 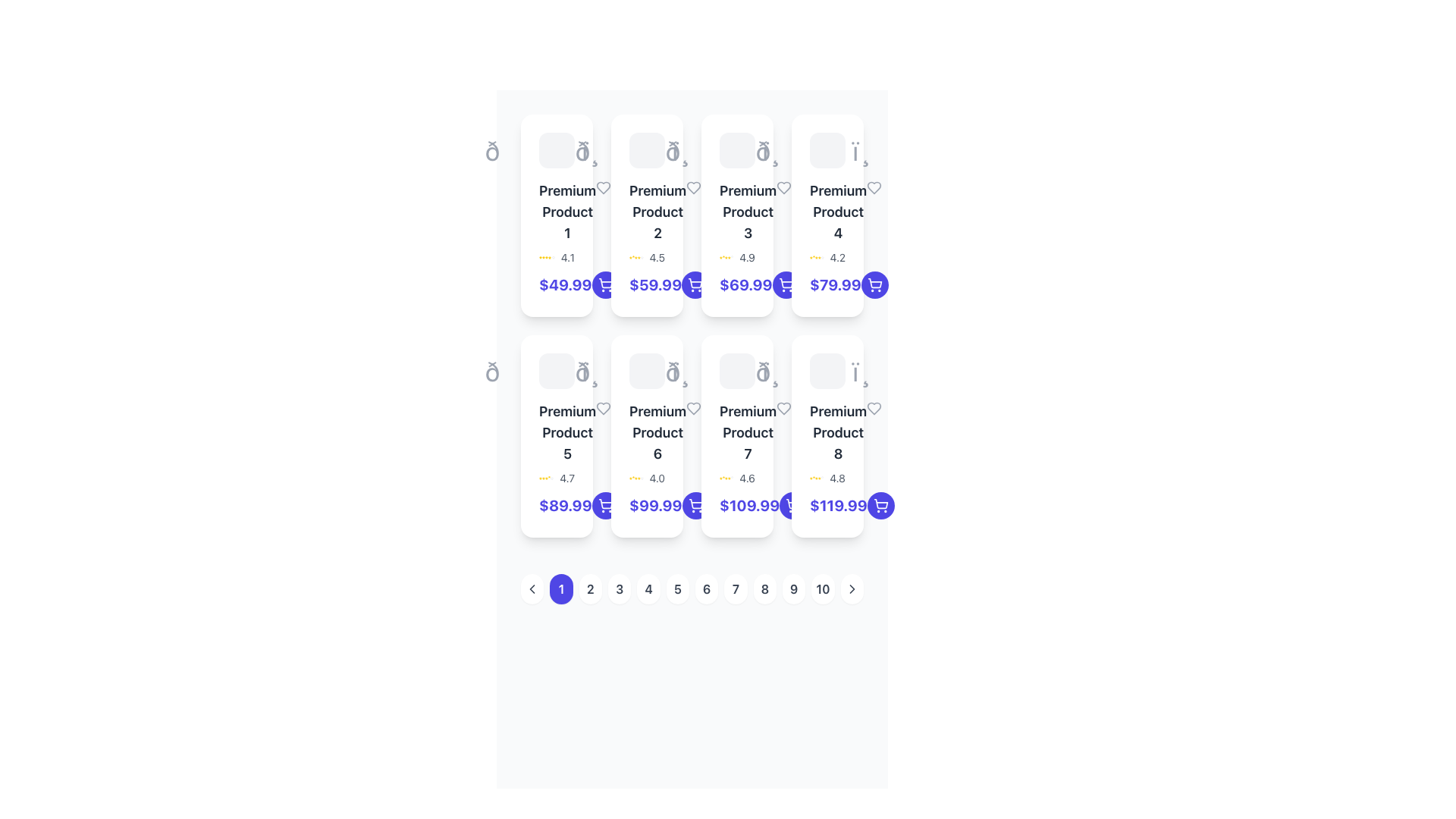 What do you see at coordinates (737, 479) in the screenshot?
I see `rating value displayed by the star rating in the product card labeled 'Premium Product 7', which shows a rating of '4.6'` at bounding box center [737, 479].